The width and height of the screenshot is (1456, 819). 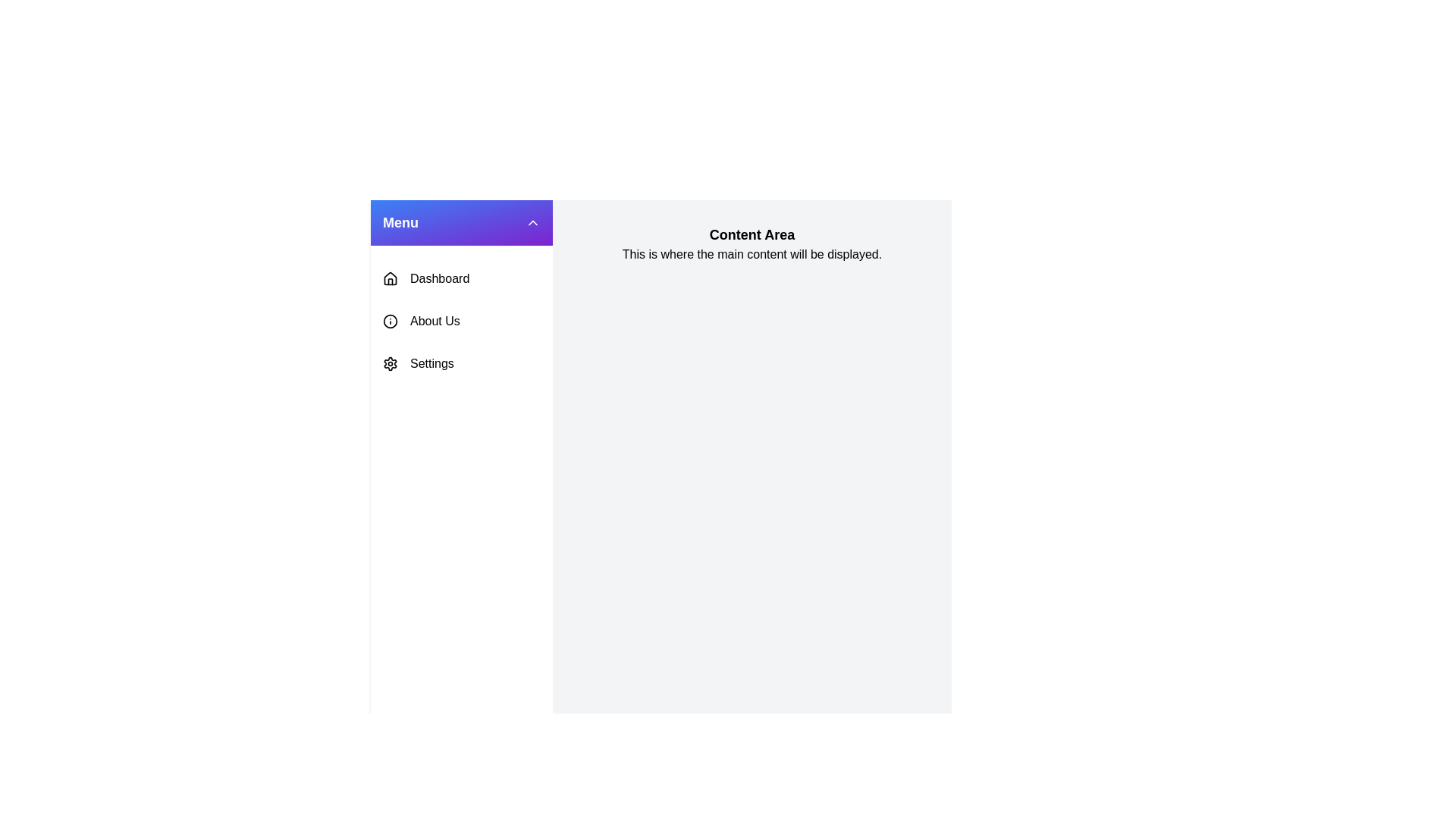 What do you see at coordinates (461, 363) in the screenshot?
I see `the menu item Settings to observe its hover effect` at bounding box center [461, 363].